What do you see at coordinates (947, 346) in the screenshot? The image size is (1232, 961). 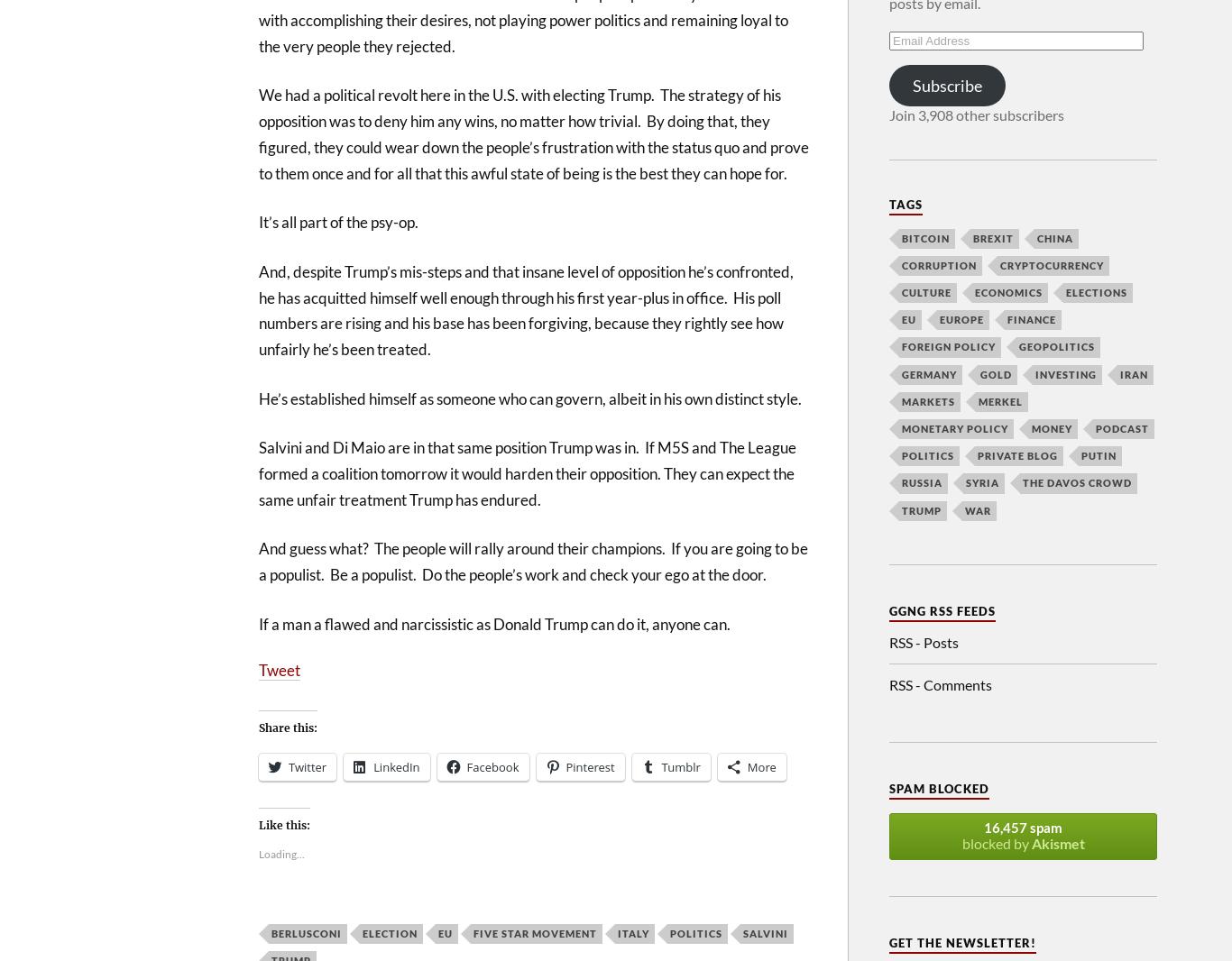 I see `'Foreign Policy'` at bounding box center [947, 346].